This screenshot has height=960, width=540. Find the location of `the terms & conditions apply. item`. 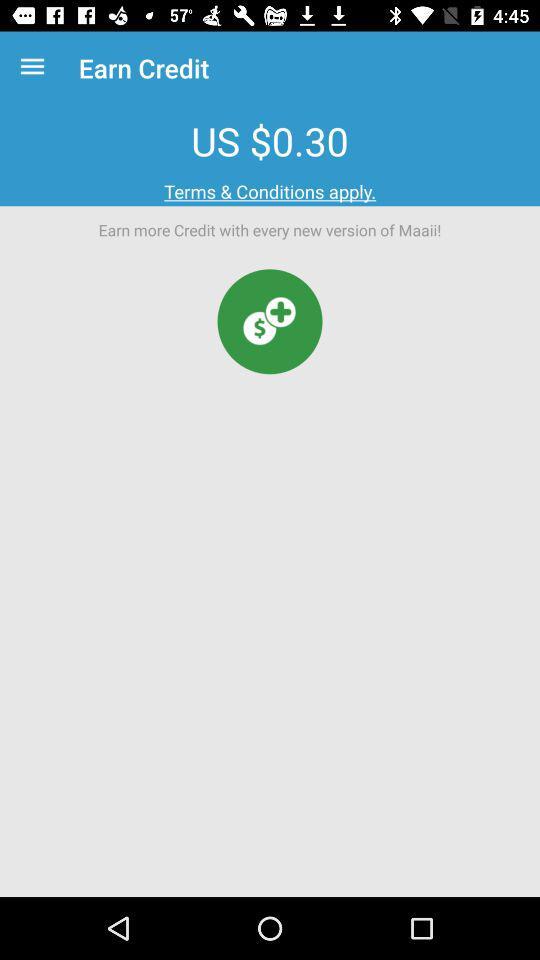

the terms & conditions apply. item is located at coordinates (270, 191).